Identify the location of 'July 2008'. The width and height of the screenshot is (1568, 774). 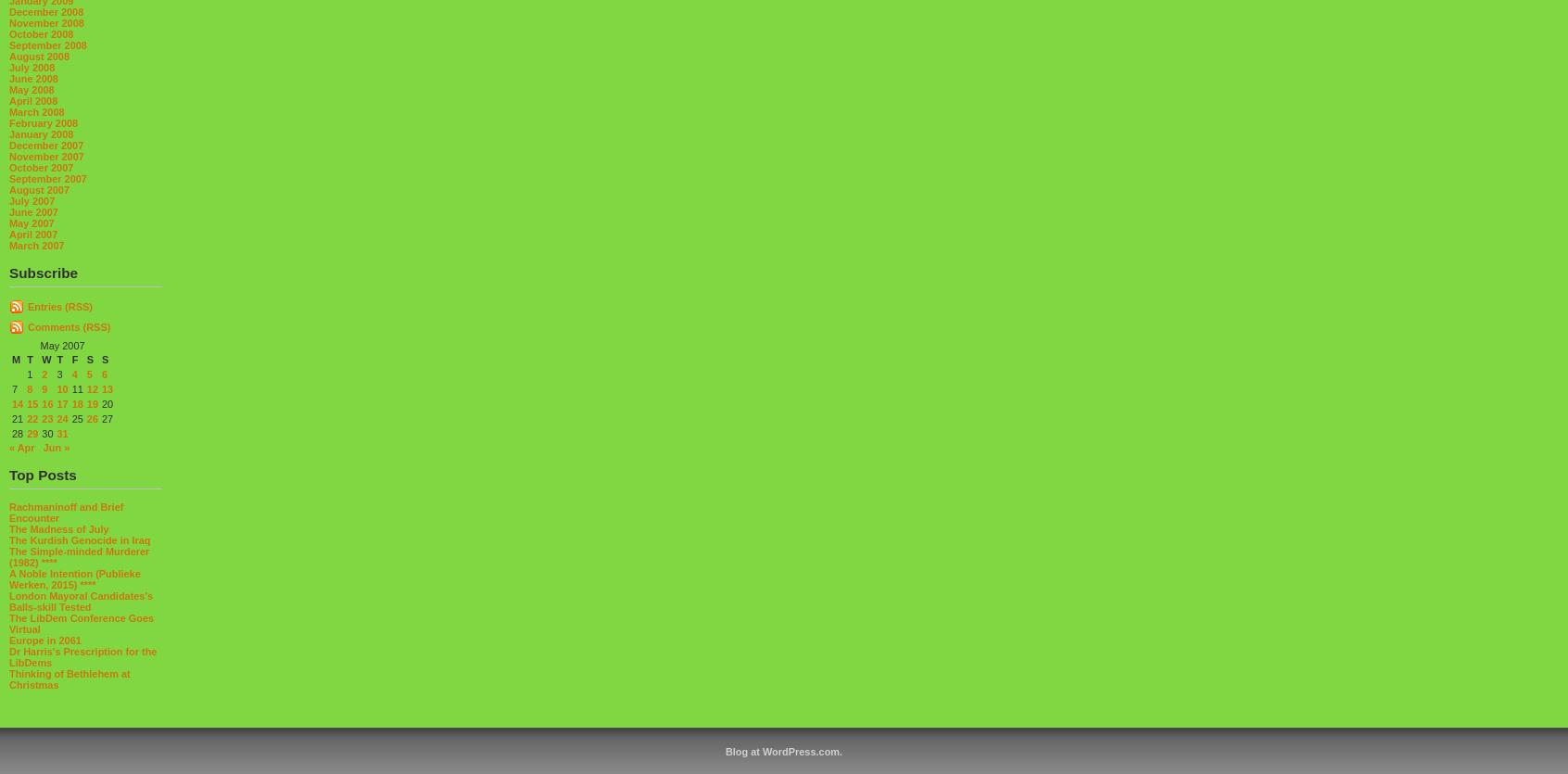
(31, 67).